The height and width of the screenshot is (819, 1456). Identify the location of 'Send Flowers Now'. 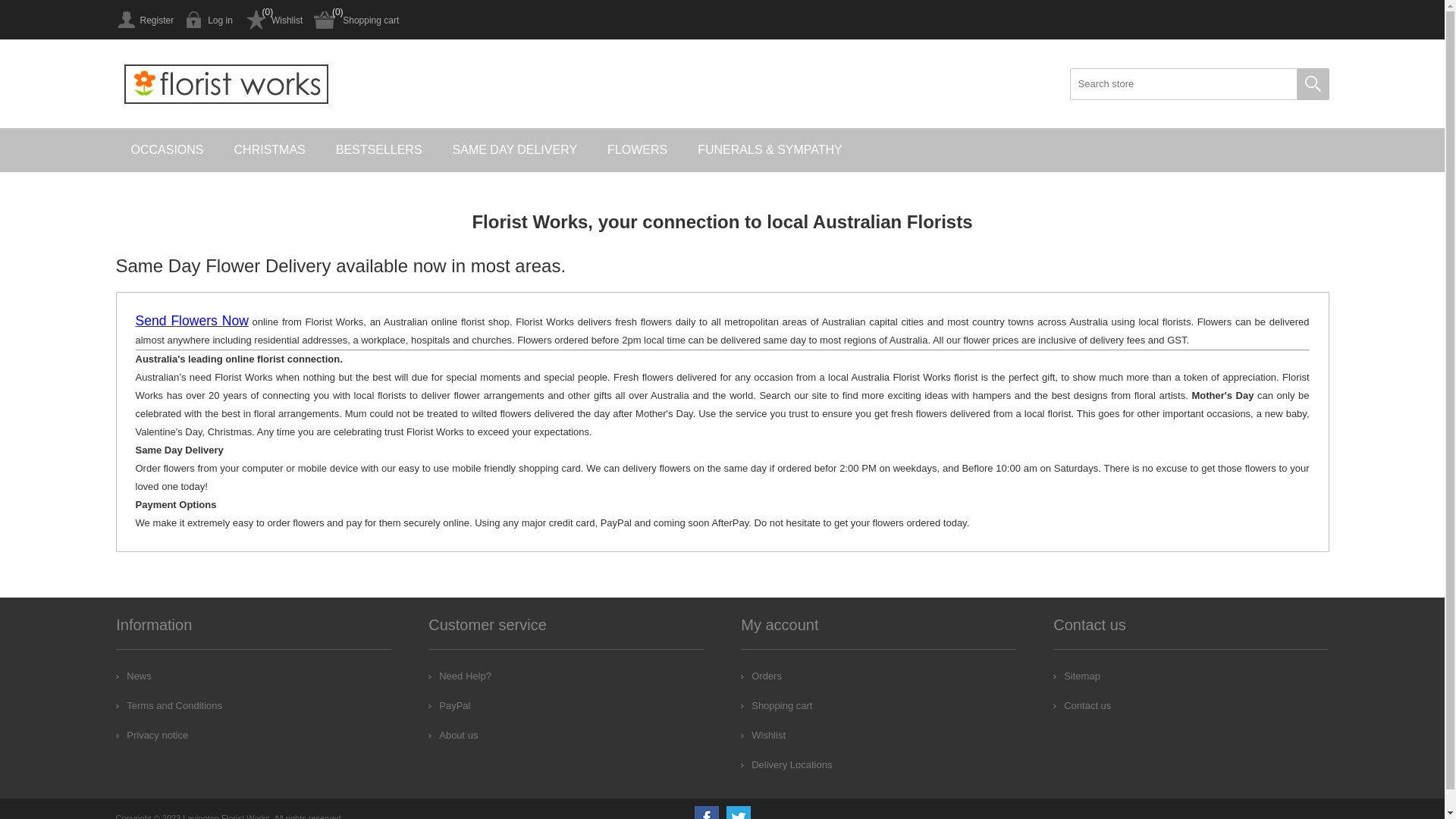
(190, 321).